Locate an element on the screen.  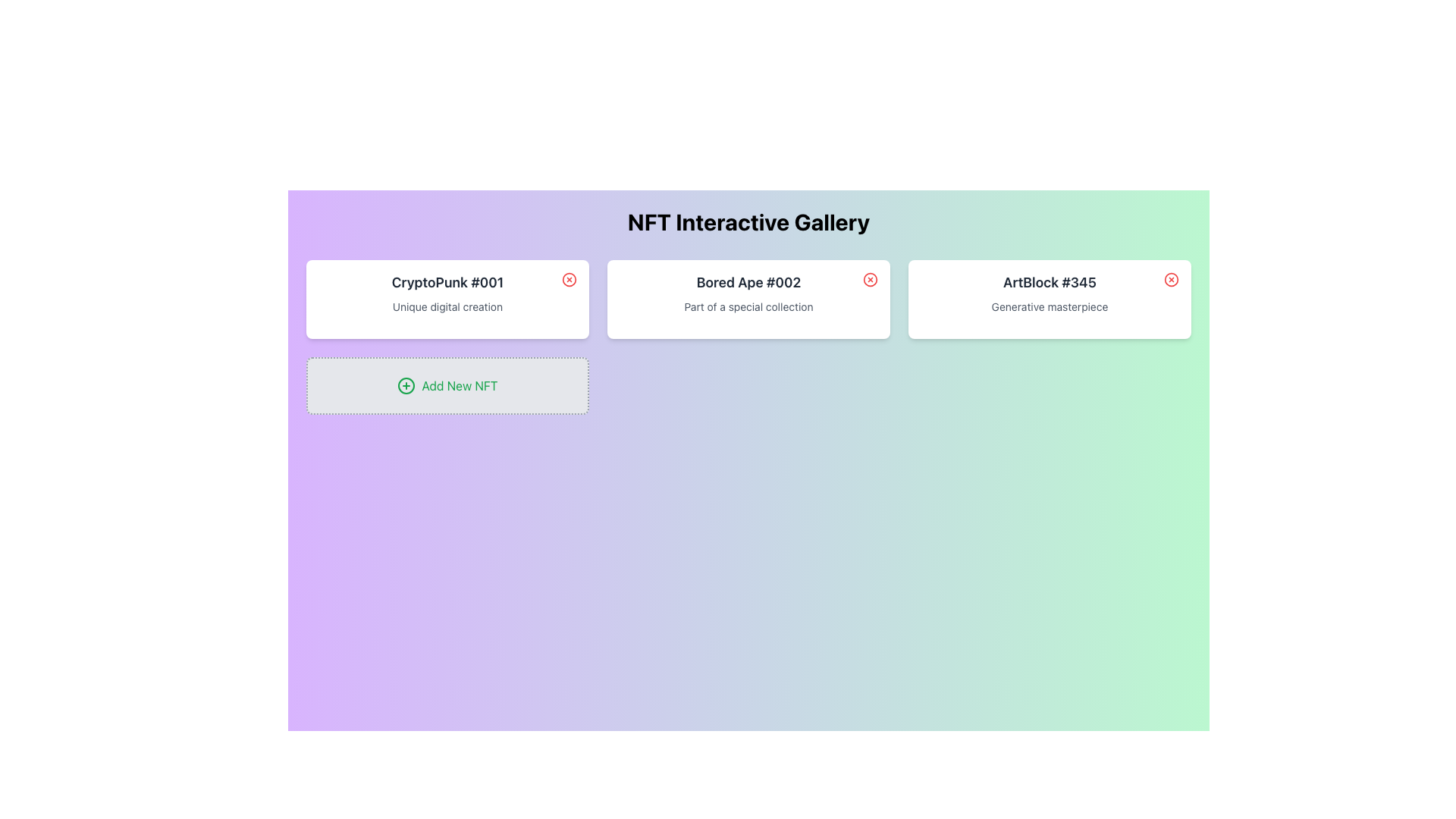
text label displaying 'Unique digital creation' which is styled in light gray color and located below the header 'CryptoPunk #001' is located at coordinates (447, 307).